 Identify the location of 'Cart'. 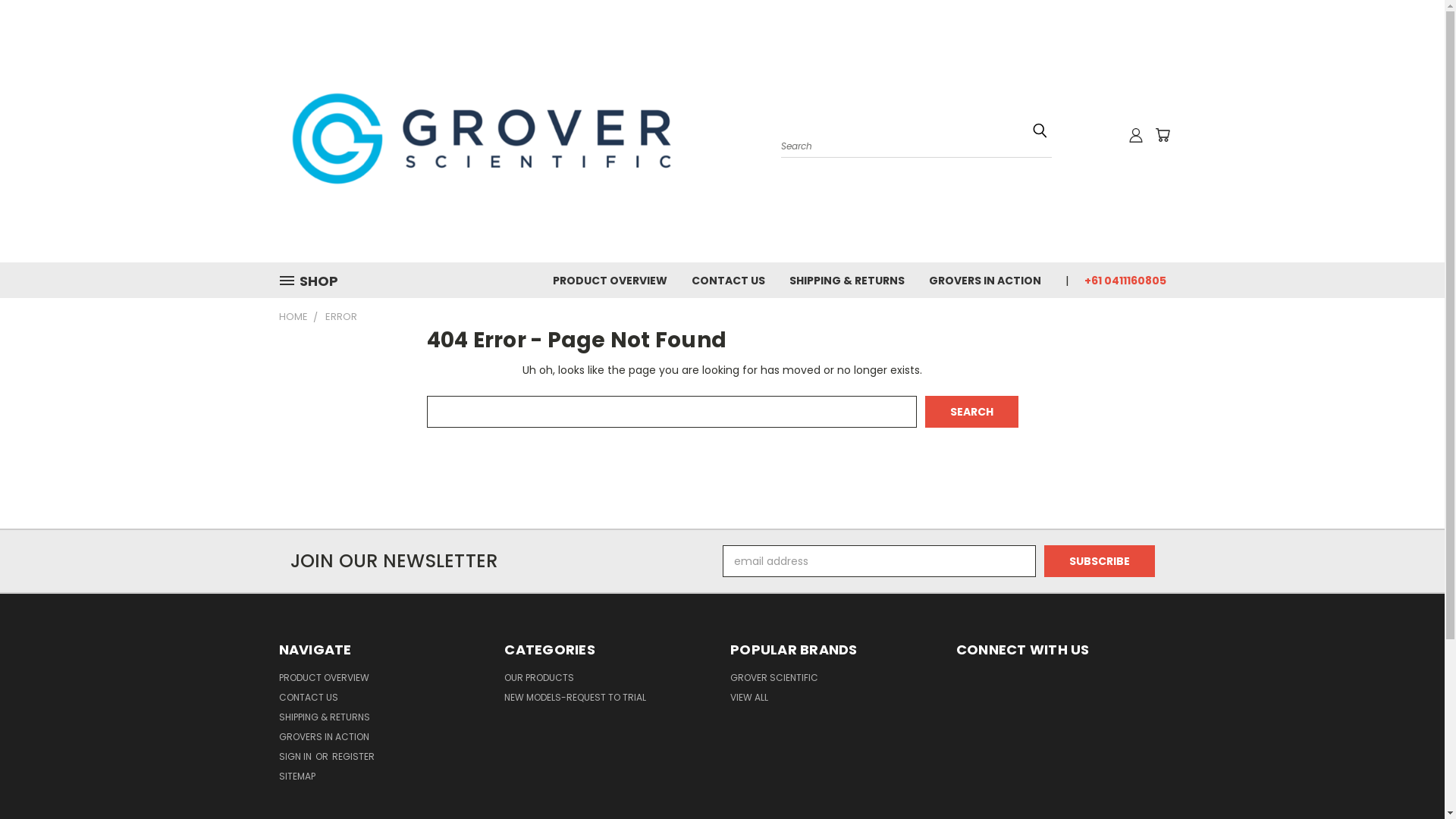
(1160, 133).